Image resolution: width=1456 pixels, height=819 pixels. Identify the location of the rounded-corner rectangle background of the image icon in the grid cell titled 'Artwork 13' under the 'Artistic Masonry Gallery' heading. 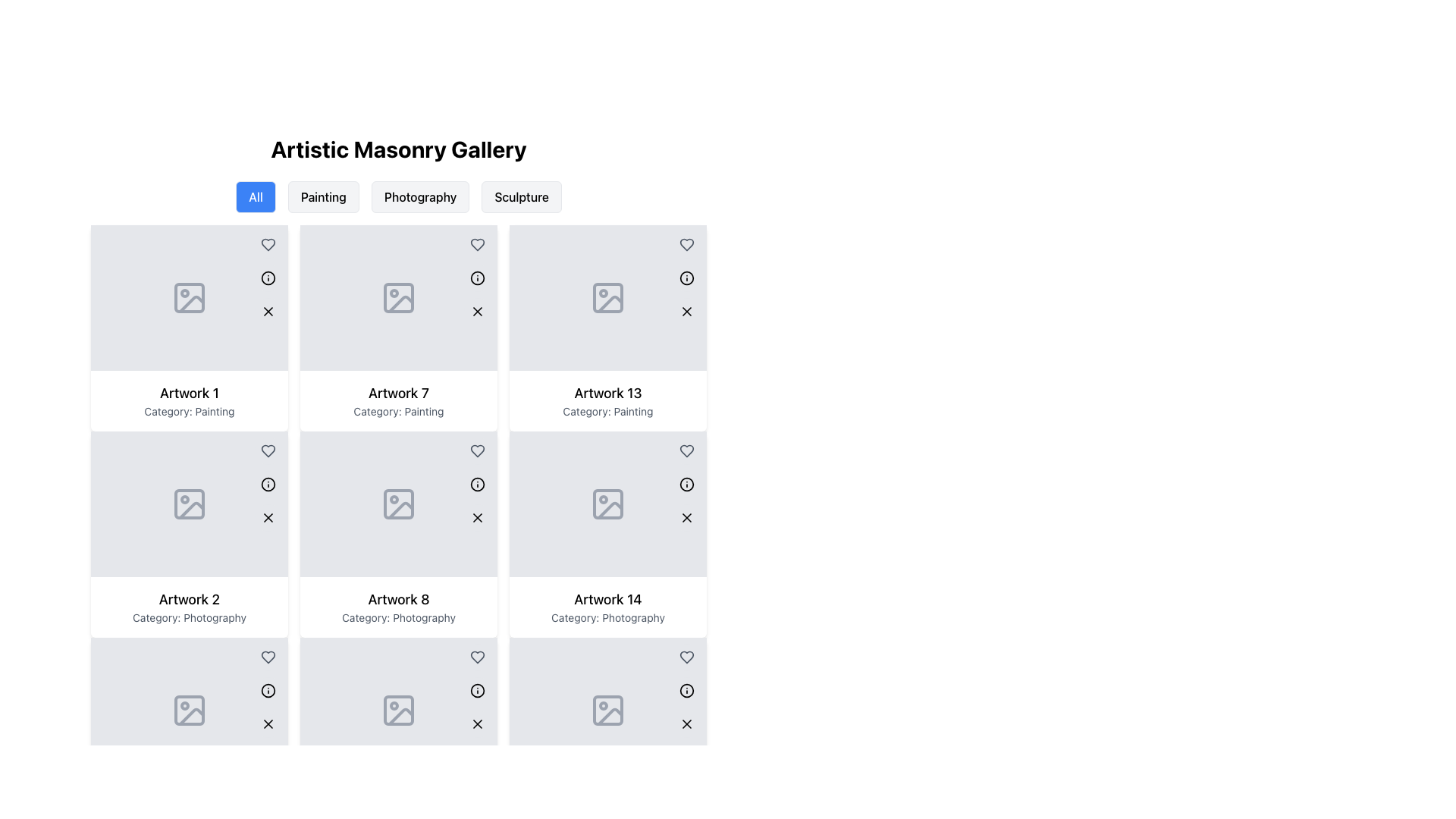
(607, 504).